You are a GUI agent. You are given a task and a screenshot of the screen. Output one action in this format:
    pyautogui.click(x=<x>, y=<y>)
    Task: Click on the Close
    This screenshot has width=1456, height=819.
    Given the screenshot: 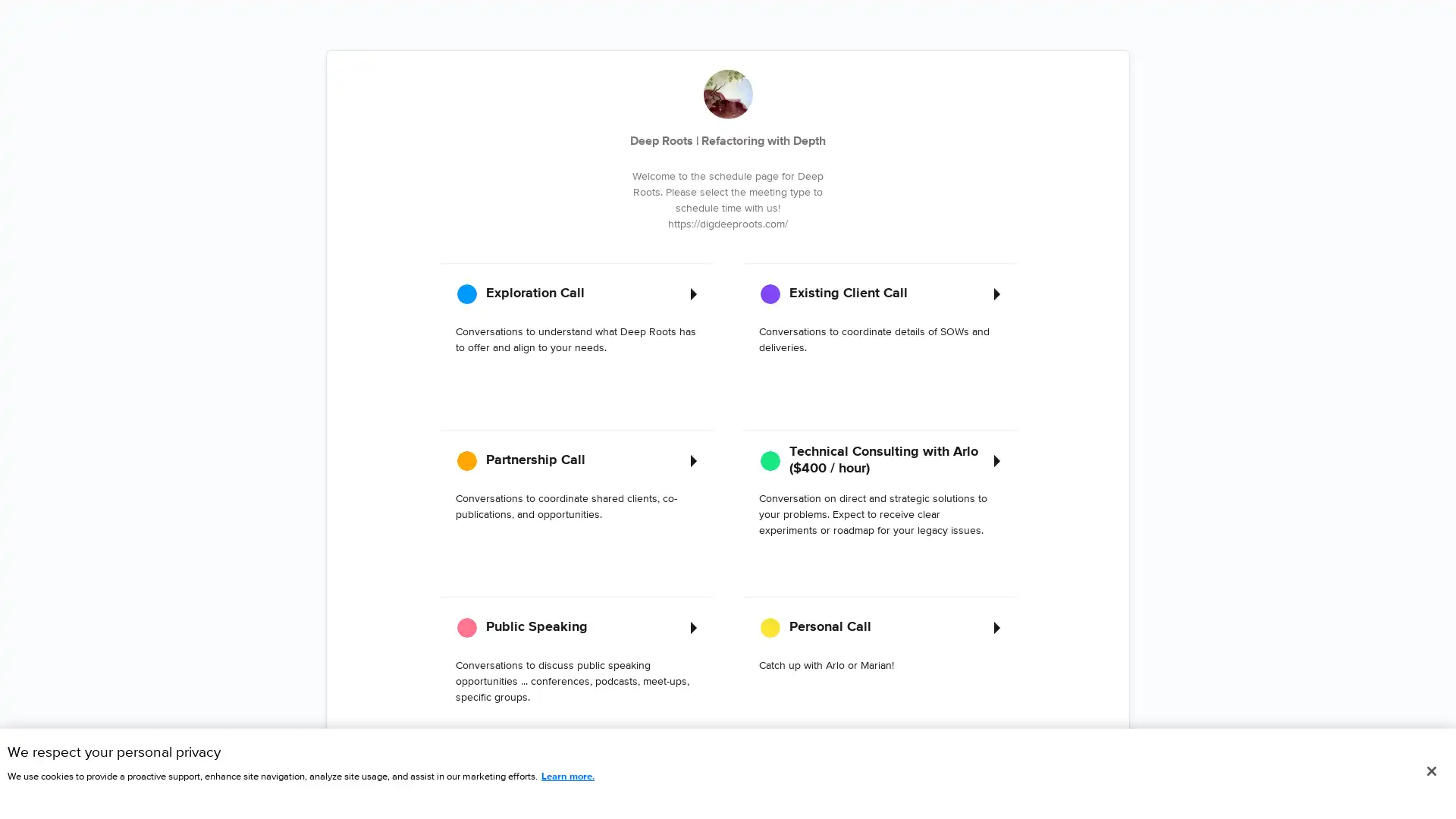 What is the action you would take?
    pyautogui.click(x=1430, y=771)
    